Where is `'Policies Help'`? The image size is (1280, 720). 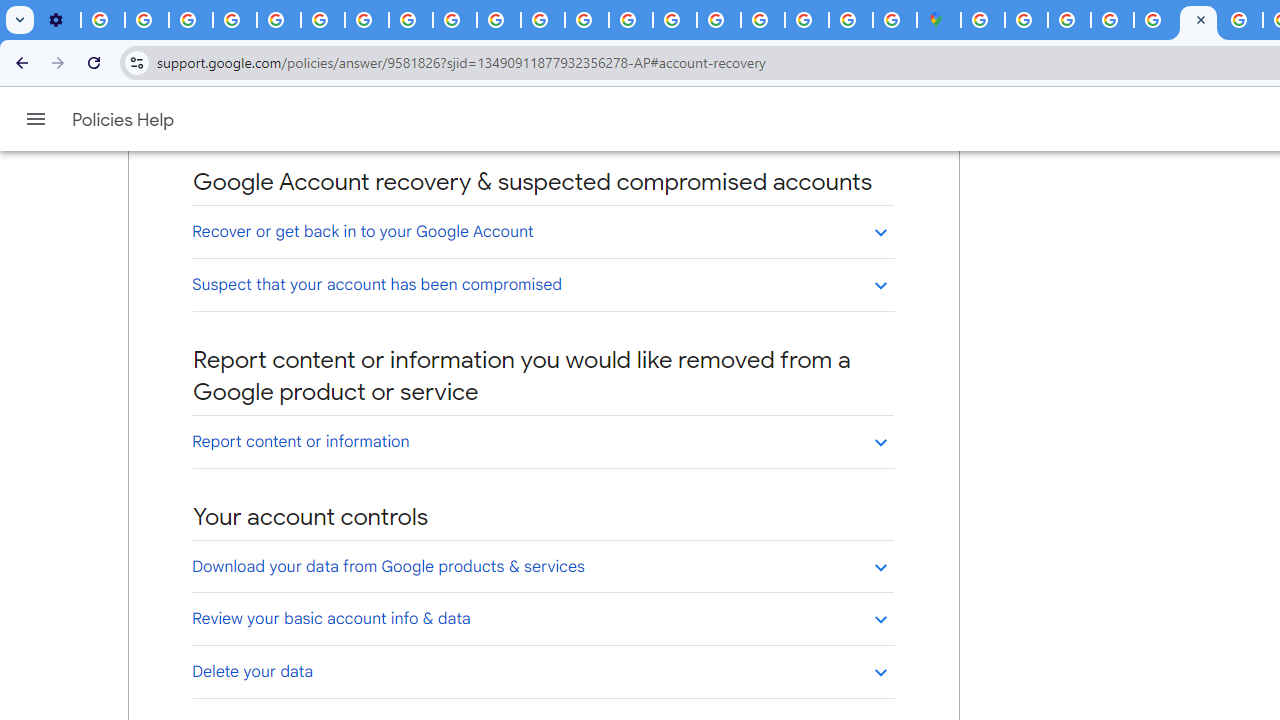
'Policies Help' is located at coordinates (123, 119).